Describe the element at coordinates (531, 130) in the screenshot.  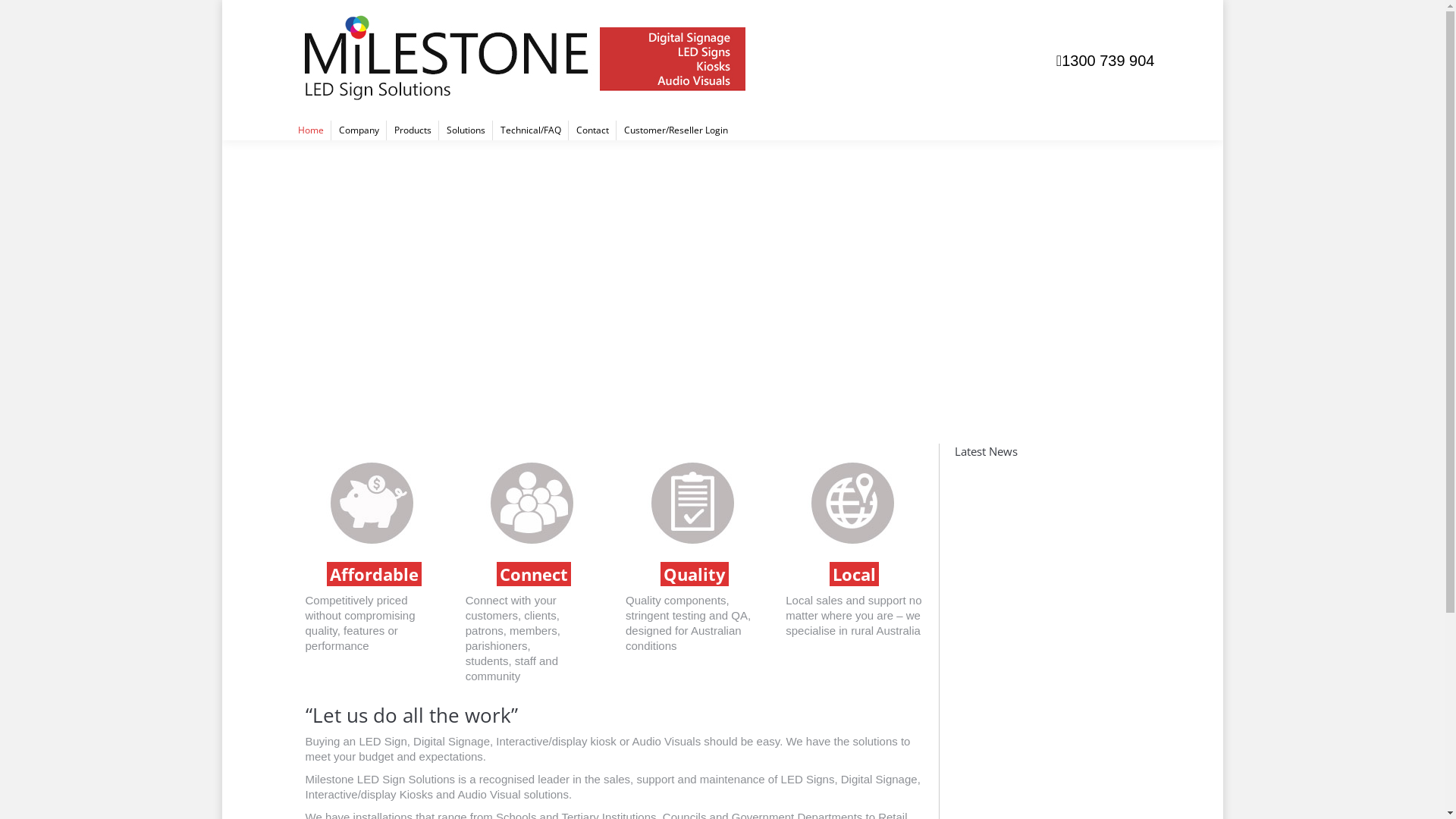
I see `'Technical/FAQ'` at that location.